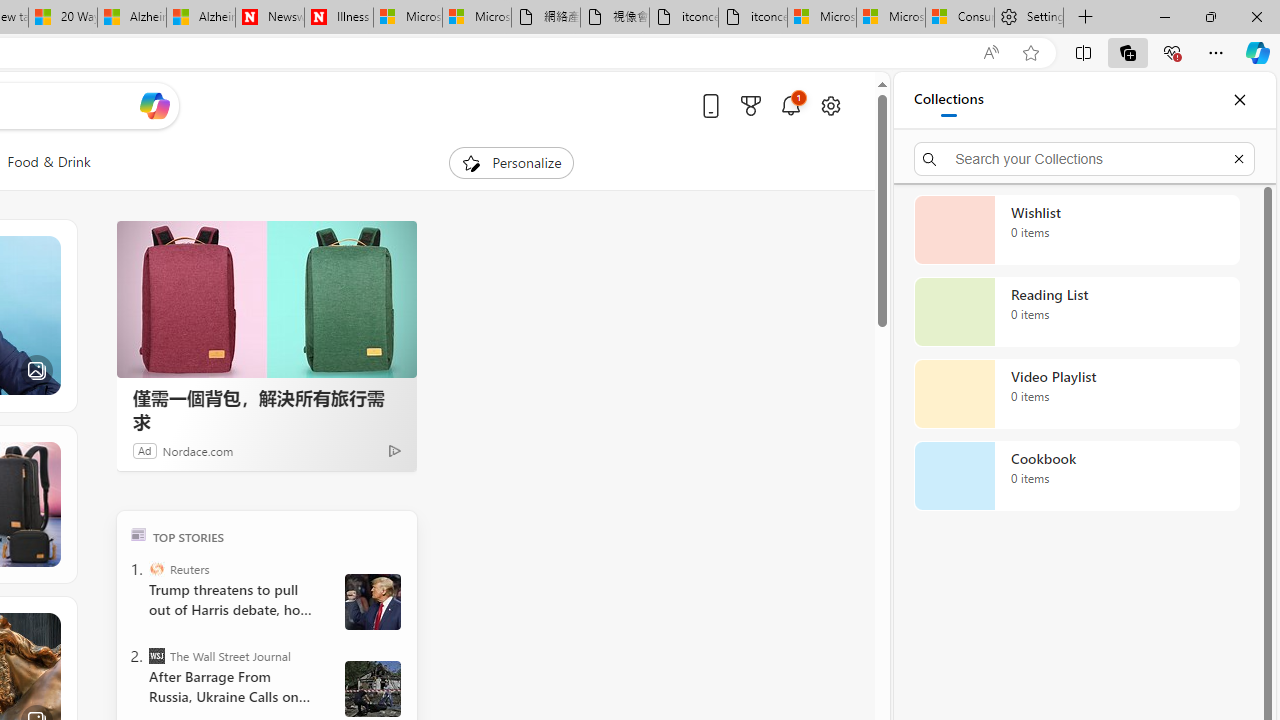  I want to click on 'Exit search', so click(1238, 158).